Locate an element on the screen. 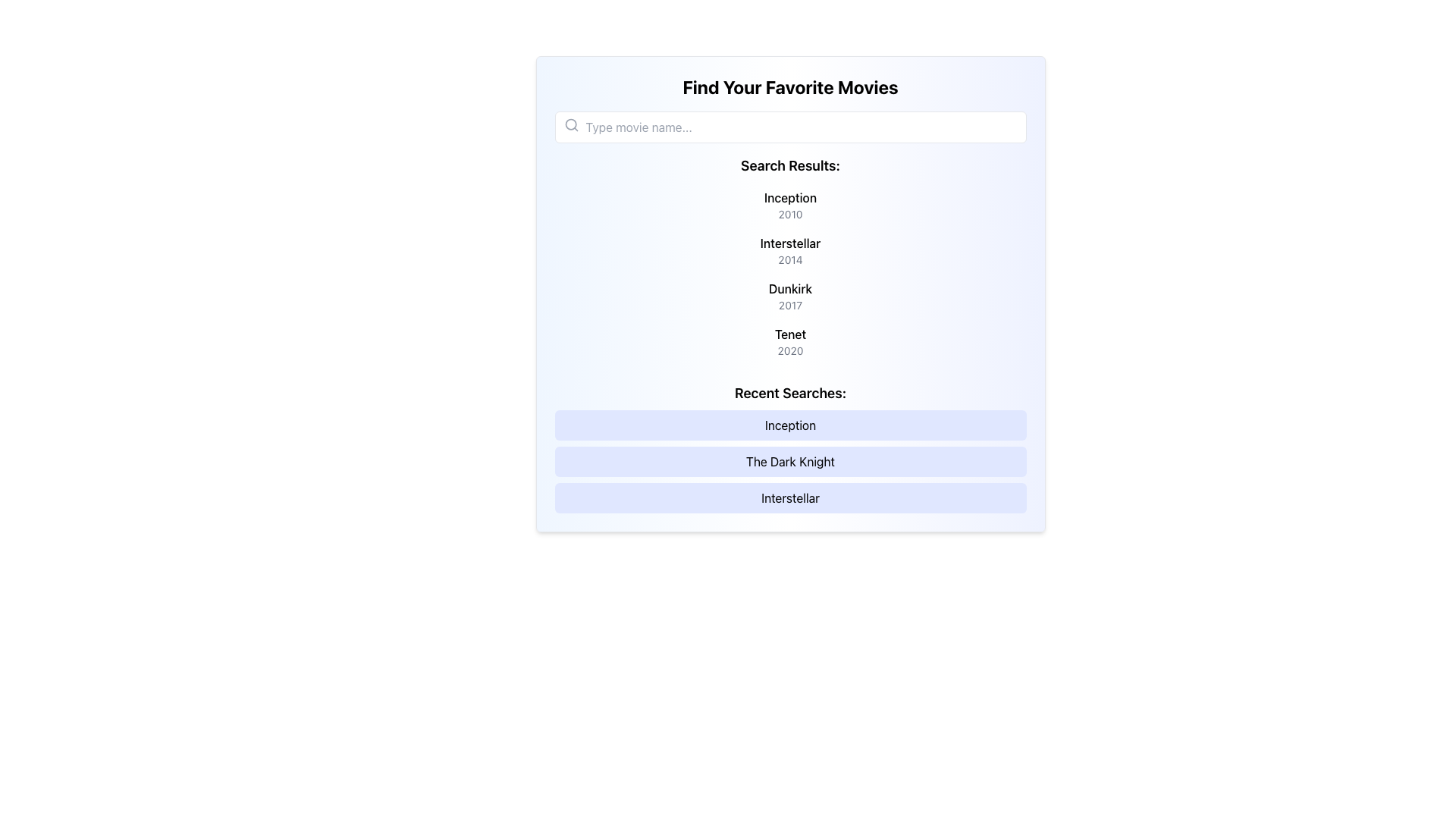  the second movie result list item displaying its title and release year is located at coordinates (789, 250).